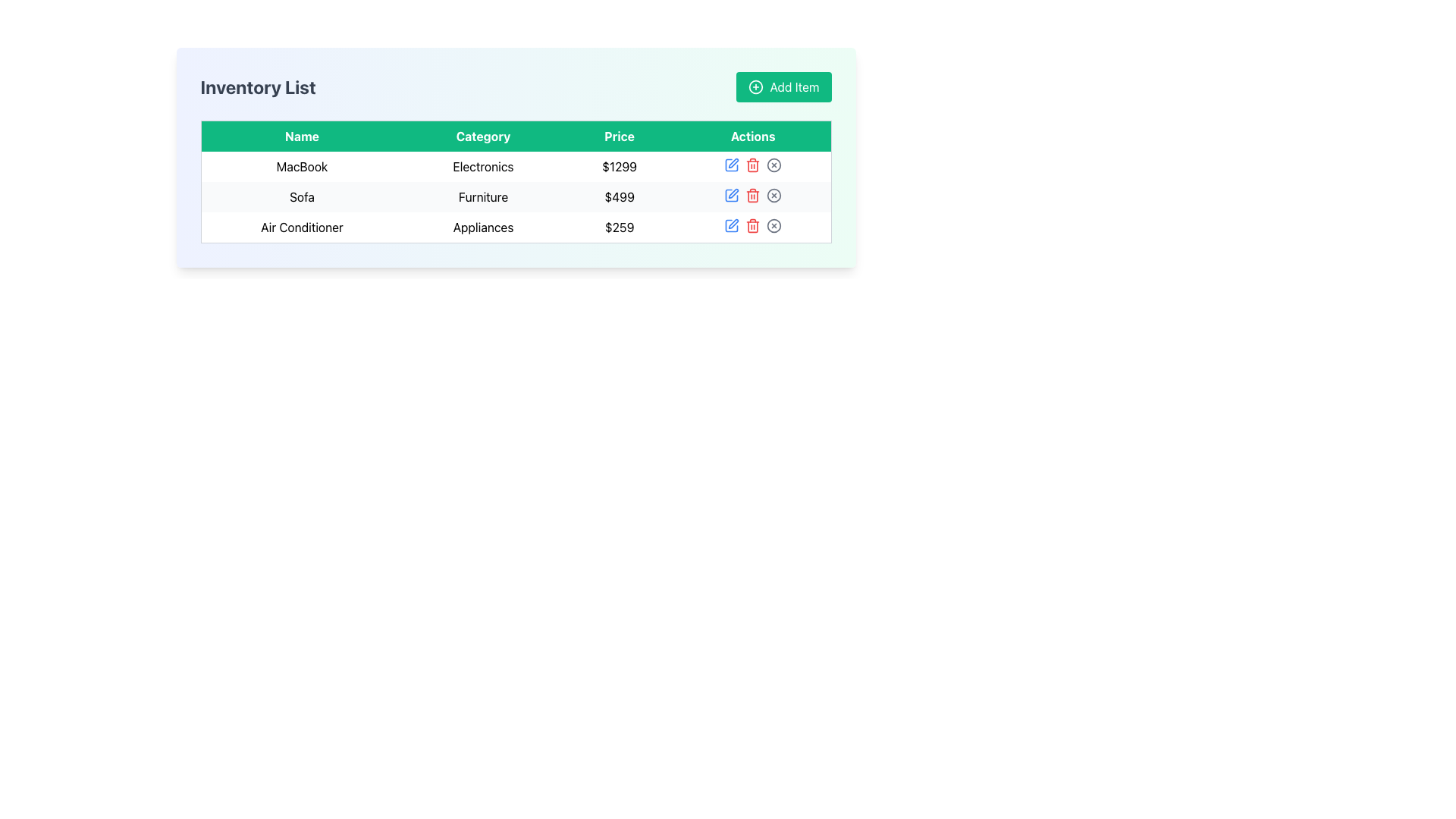  Describe the element at coordinates (756, 87) in the screenshot. I see `the 'Add Item' button located in the top-right corner of the inventory section, which contains a circular icon with a plus sign at its center` at that location.